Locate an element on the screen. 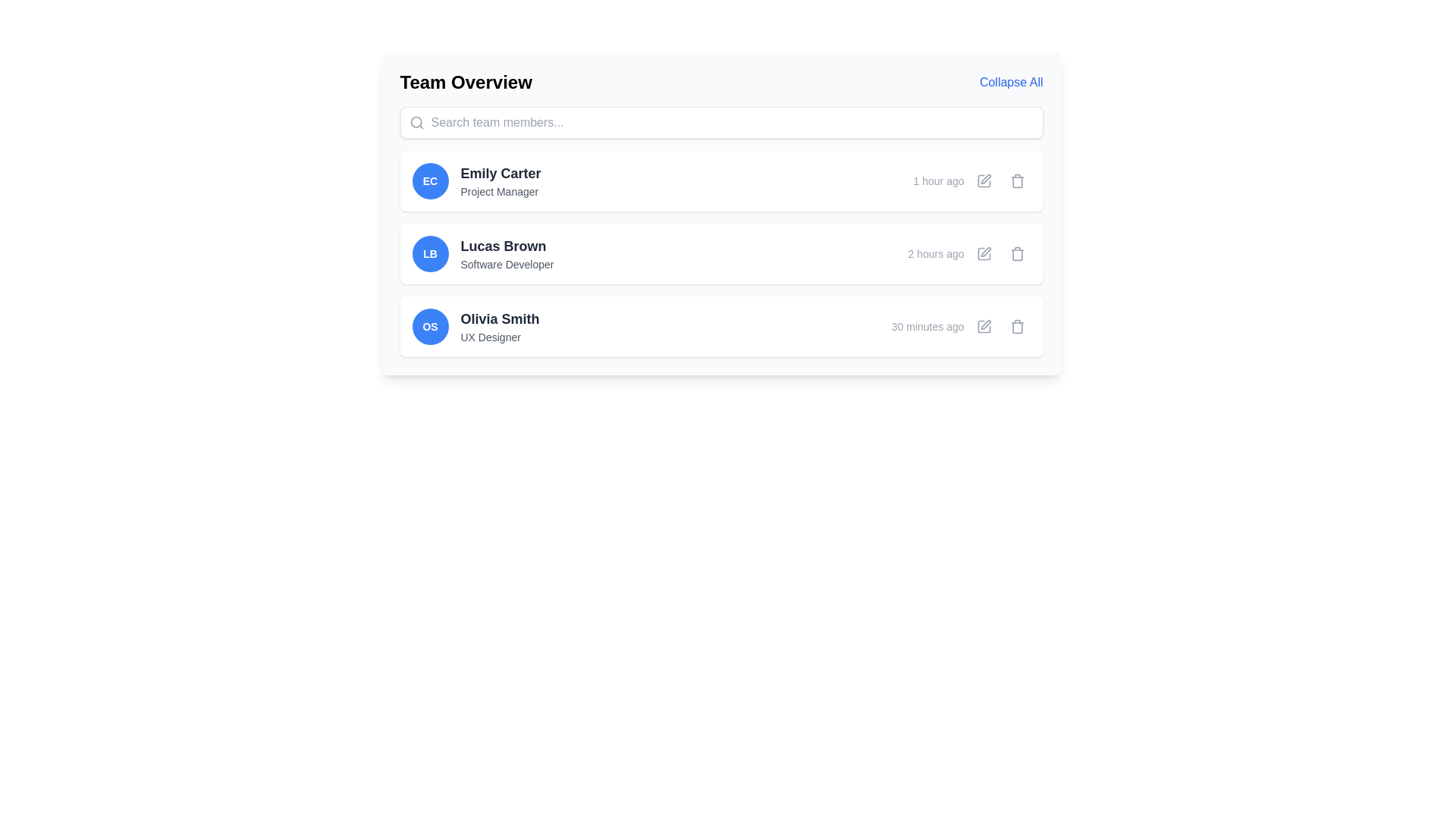  the text label indicating the role or position of the individual 'Olivia Smith', which is located below the name and to the right of the circular badge containing initials is located at coordinates (500, 336).